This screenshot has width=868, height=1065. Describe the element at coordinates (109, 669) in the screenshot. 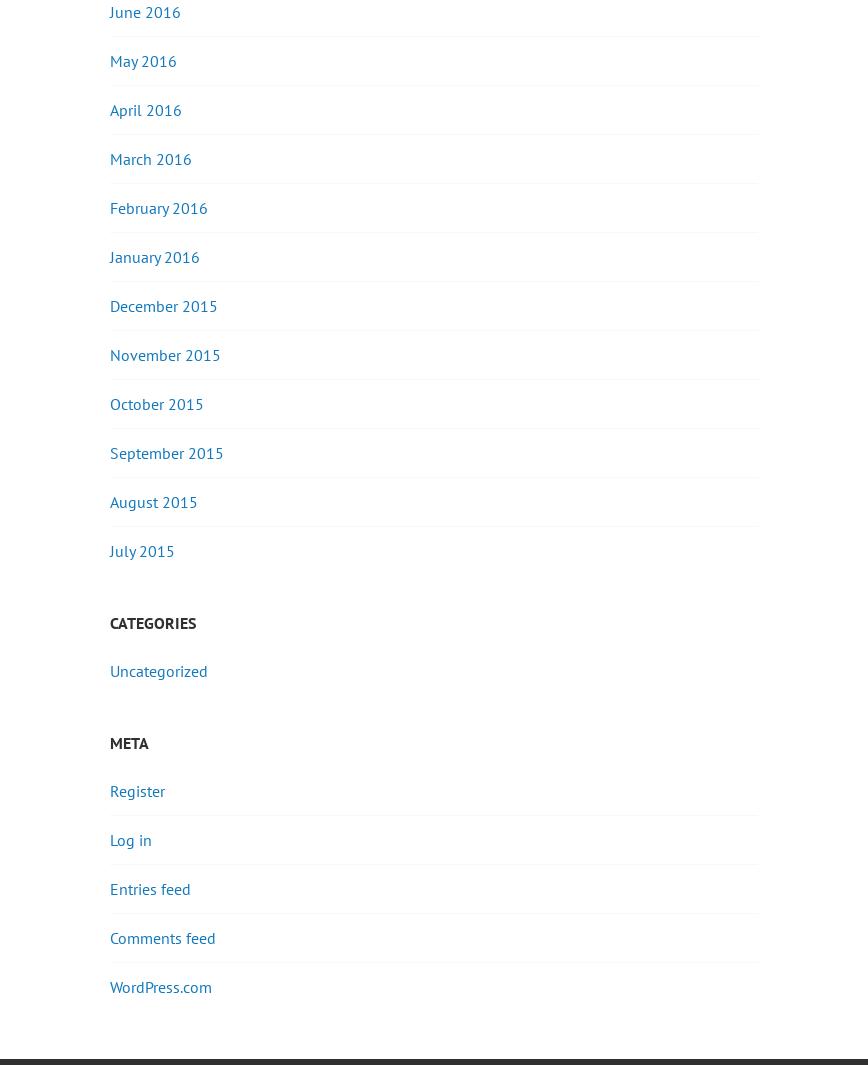

I see `'Uncategorized'` at that location.